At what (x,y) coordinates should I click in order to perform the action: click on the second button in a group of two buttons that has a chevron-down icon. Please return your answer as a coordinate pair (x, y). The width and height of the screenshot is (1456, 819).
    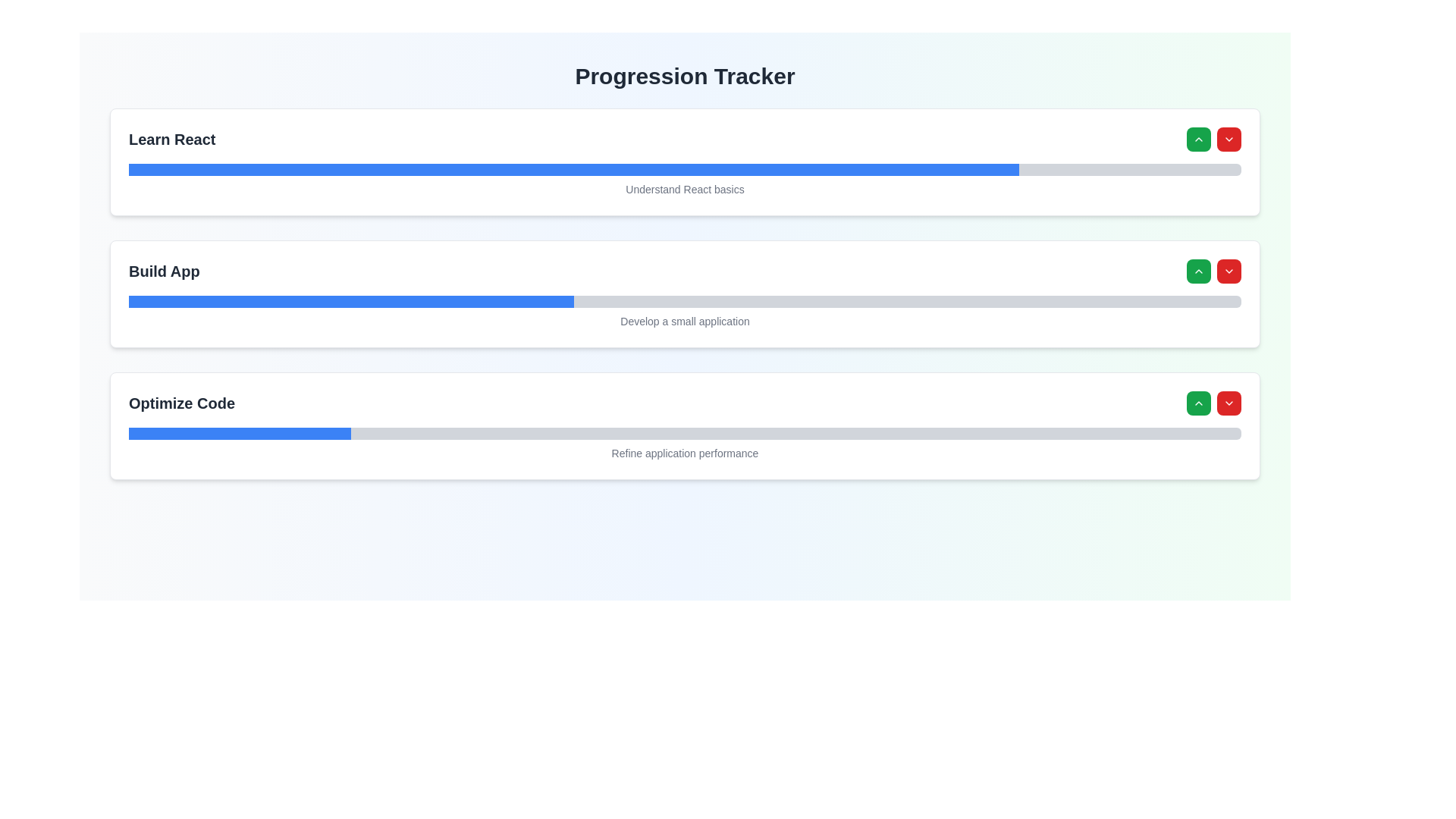
    Looking at the image, I should click on (1229, 271).